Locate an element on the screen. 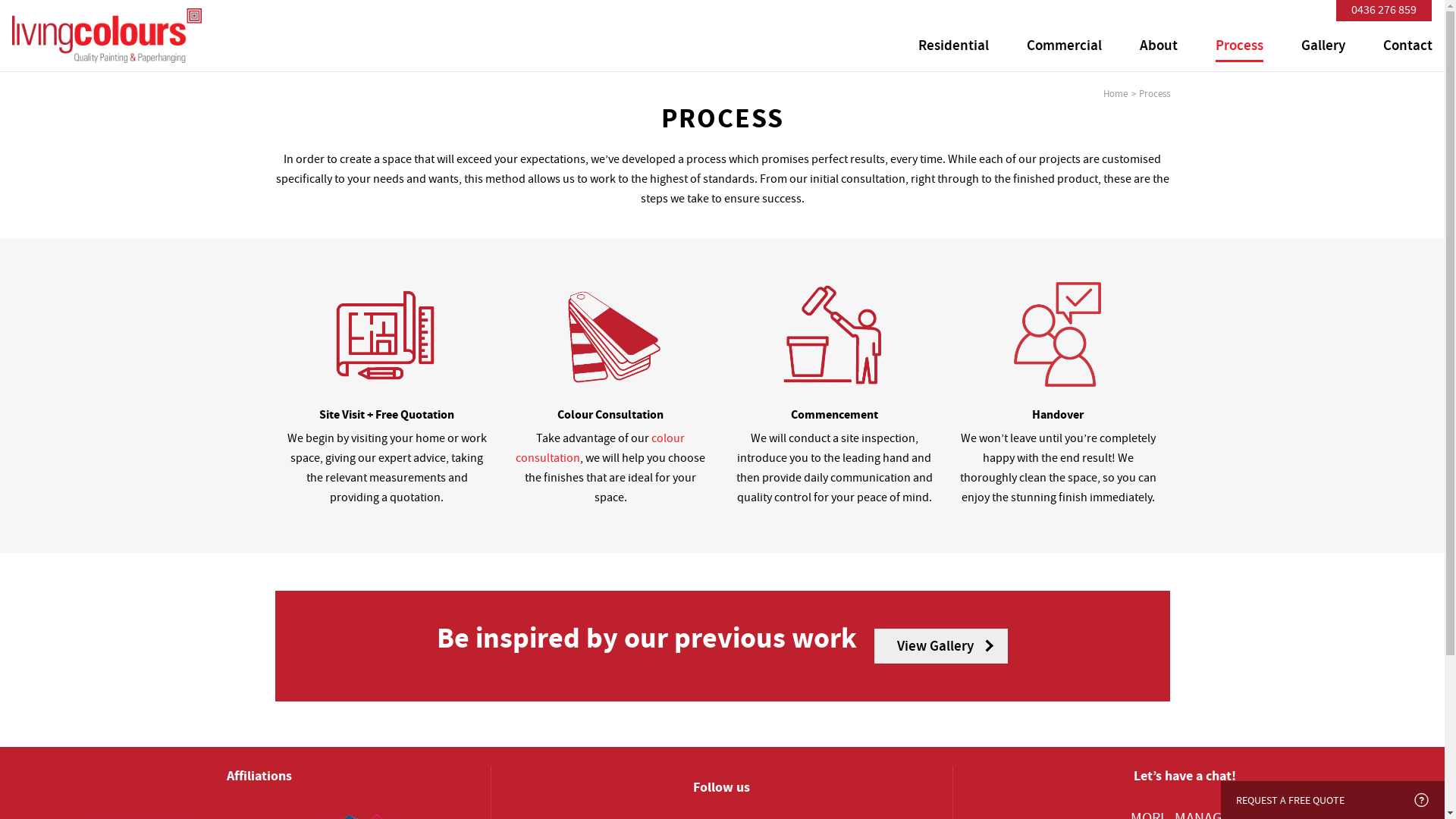  'View Gallery' is located at coordinates (937, 643).